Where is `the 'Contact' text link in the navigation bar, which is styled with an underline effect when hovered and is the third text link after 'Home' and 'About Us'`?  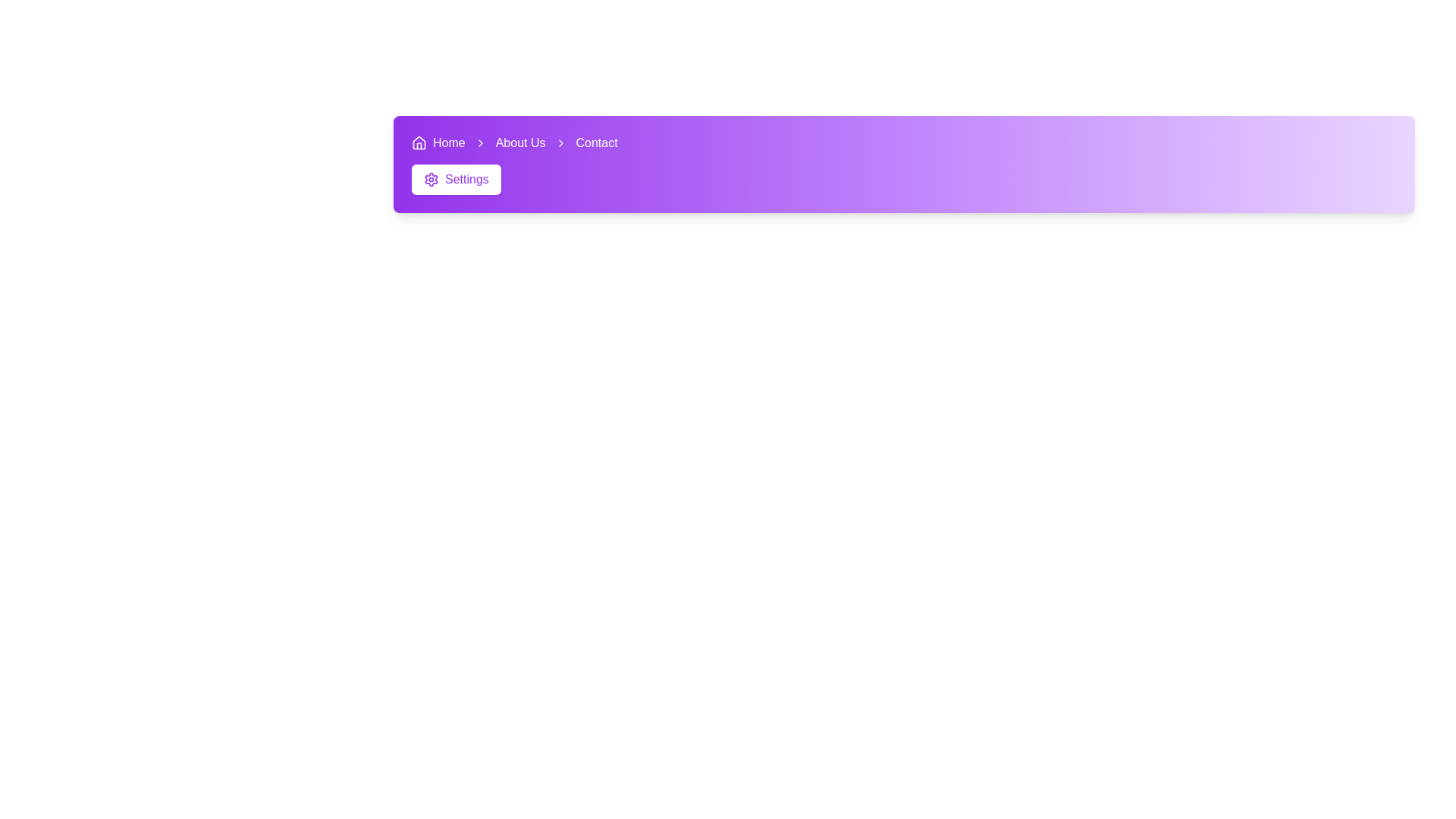 the 'Contact' text link in the navigation bar, which is styled with an underline effect when hovered and is the third text link after 'Home' and 'About Us' is located at coordinates (596, 143).